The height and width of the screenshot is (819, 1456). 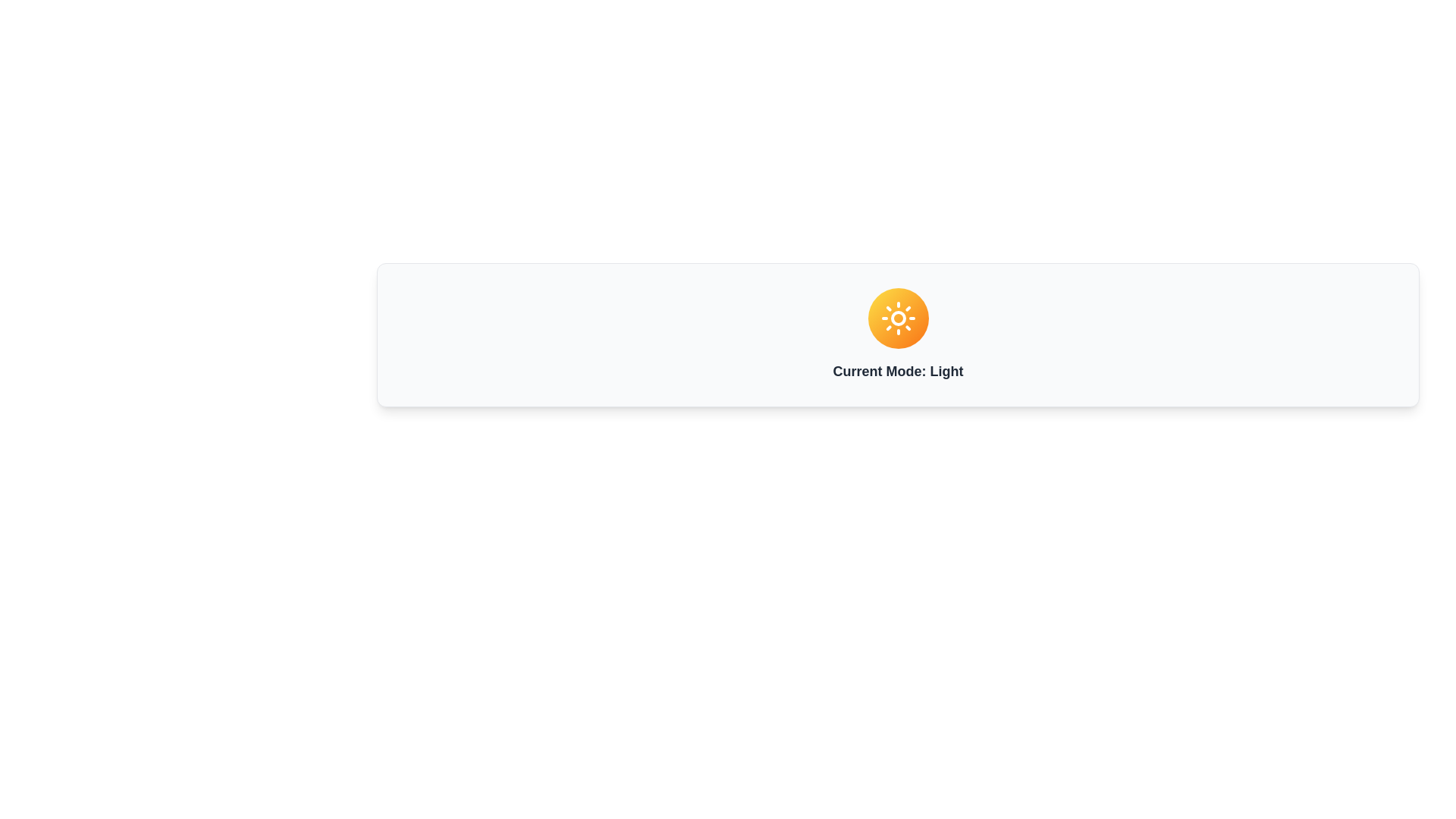 I want to click on the Light Mode icon, which is centrally placed above the text 'Current Mode: Light', so click(x=898, y=318).